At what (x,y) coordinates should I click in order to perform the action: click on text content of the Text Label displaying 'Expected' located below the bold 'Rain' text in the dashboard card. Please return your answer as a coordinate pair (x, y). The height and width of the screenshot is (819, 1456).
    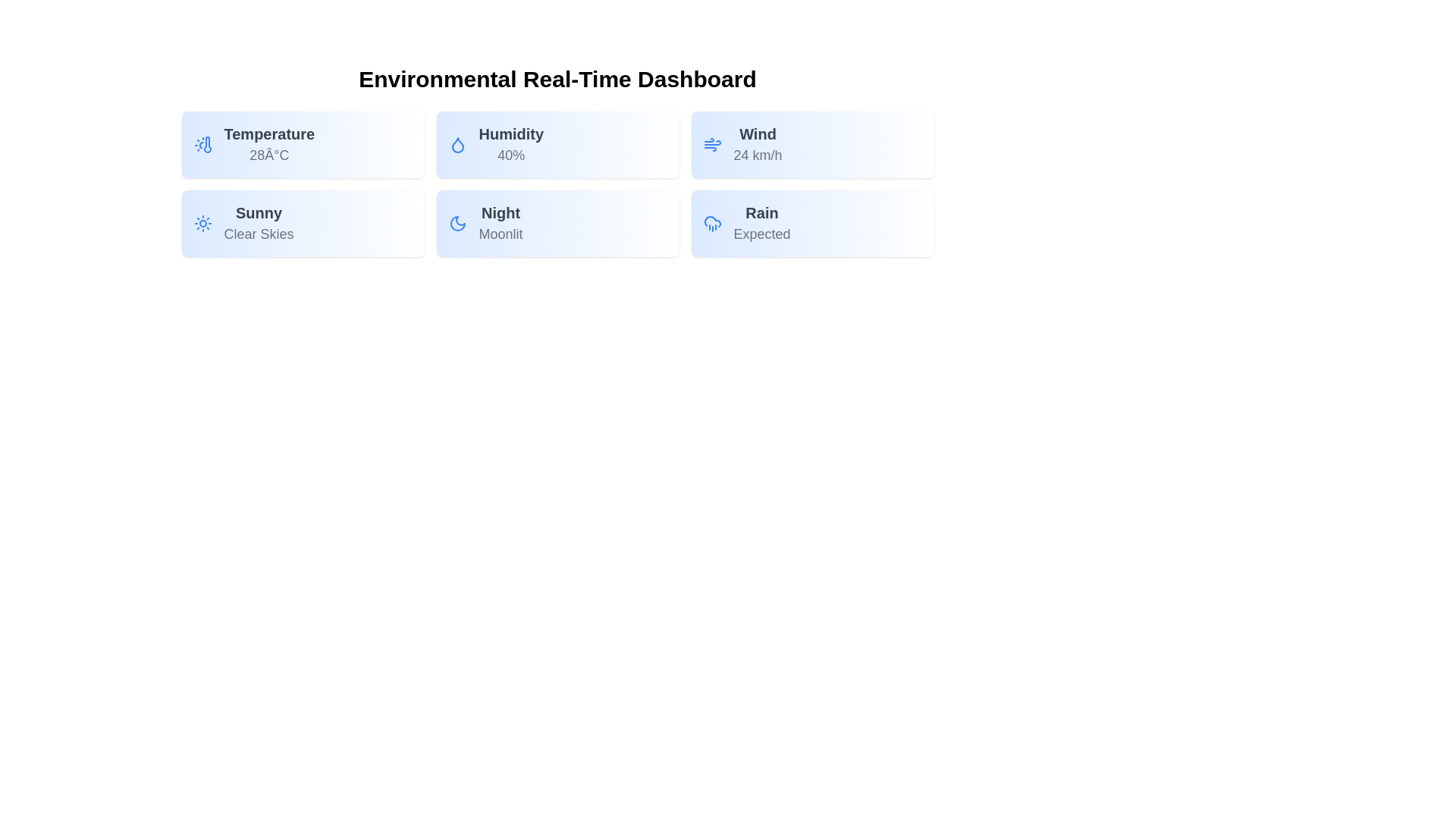
    Looking at the image, I should click on (762, 234).